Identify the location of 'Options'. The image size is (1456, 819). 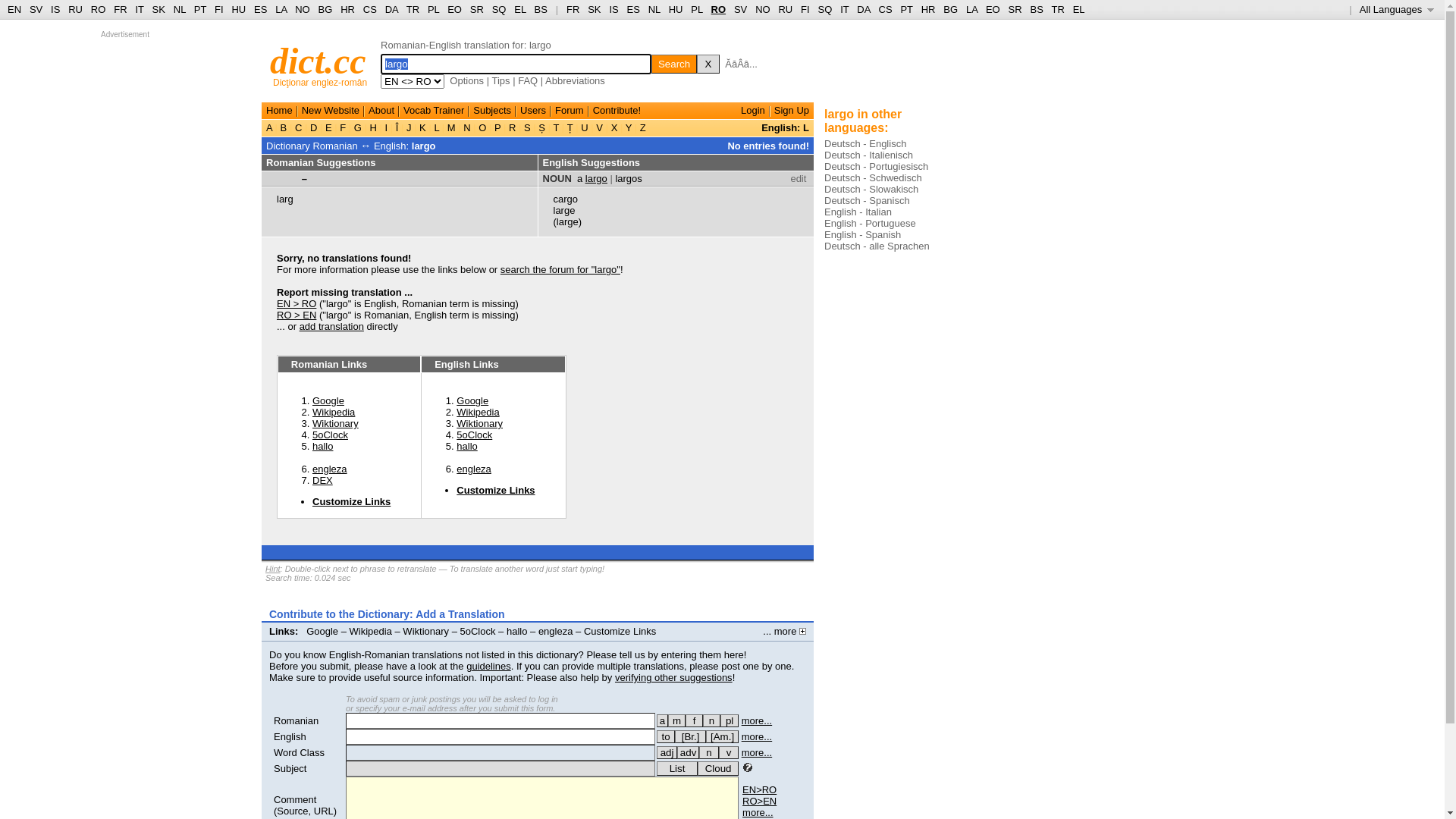
(466, 80).